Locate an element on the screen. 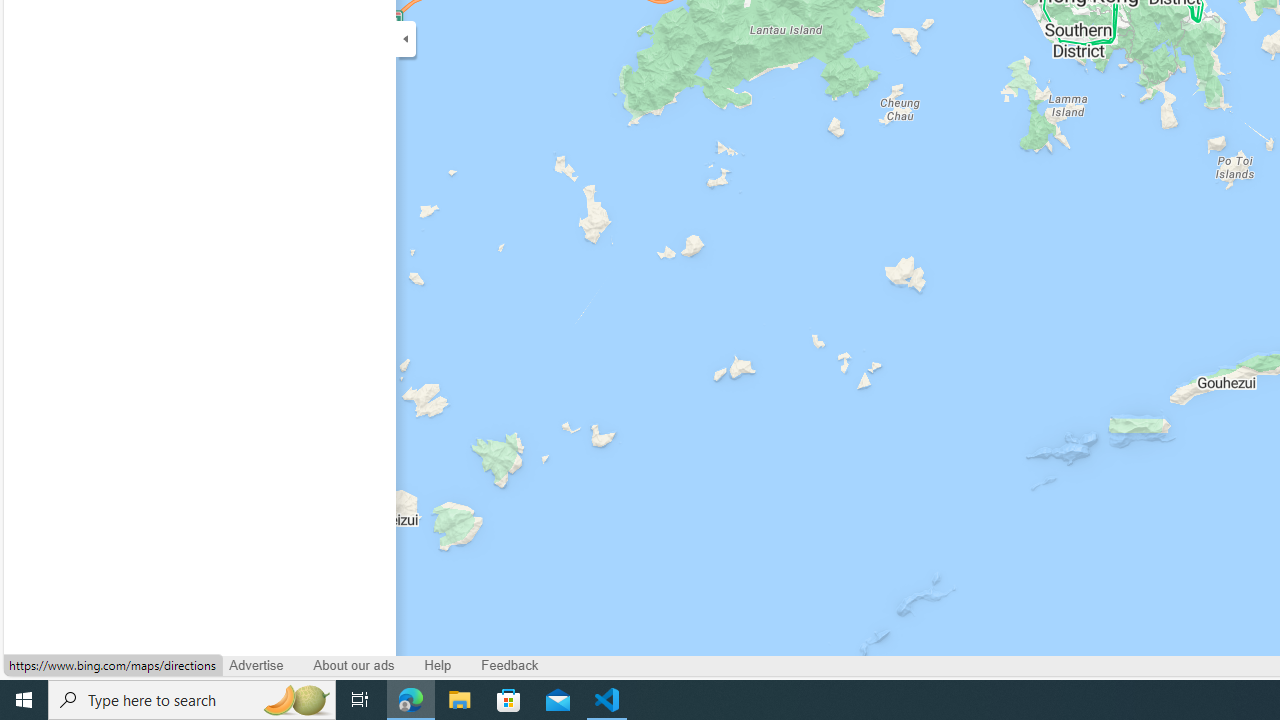 This screenshot has width=1280, height=720. 'About our ads' is located at coordinates (353, 666).